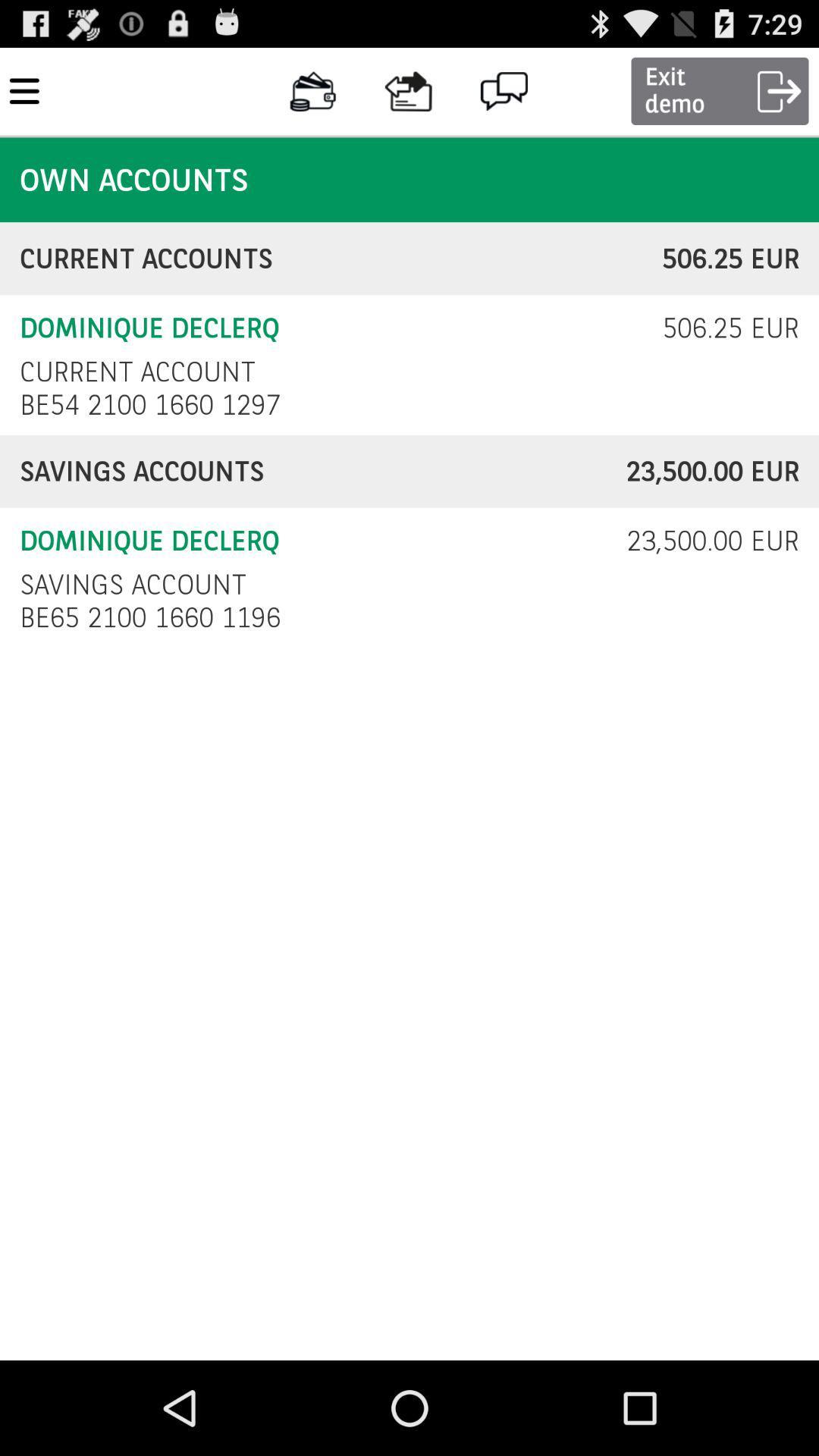 This screenshot has width=819, height=1456. Describe the element at coordinates (322, 471) in the screenshot. I see `the savings accounts icon` at that location.